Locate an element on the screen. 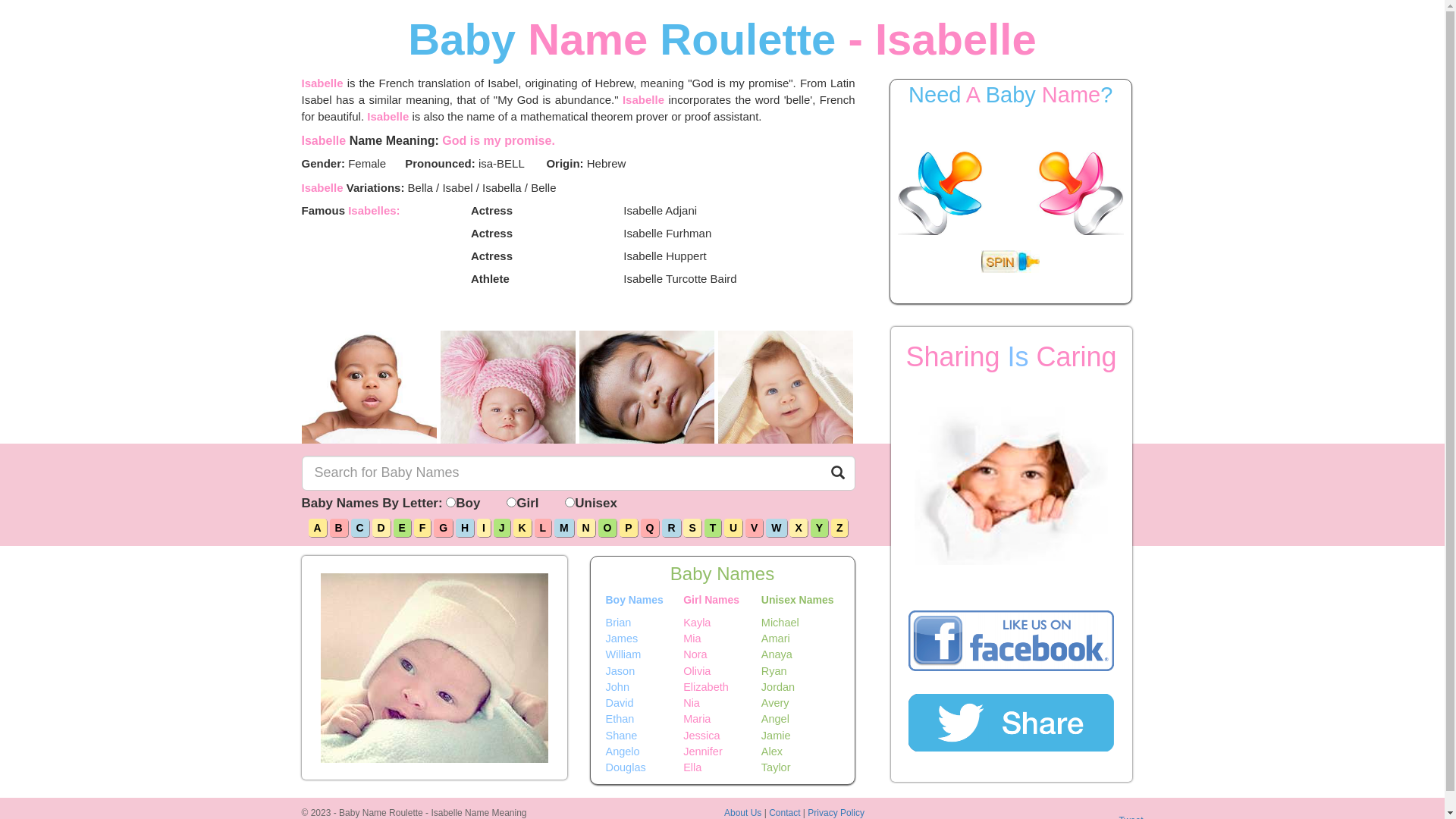  'T' is located at coordinates (712, 526).